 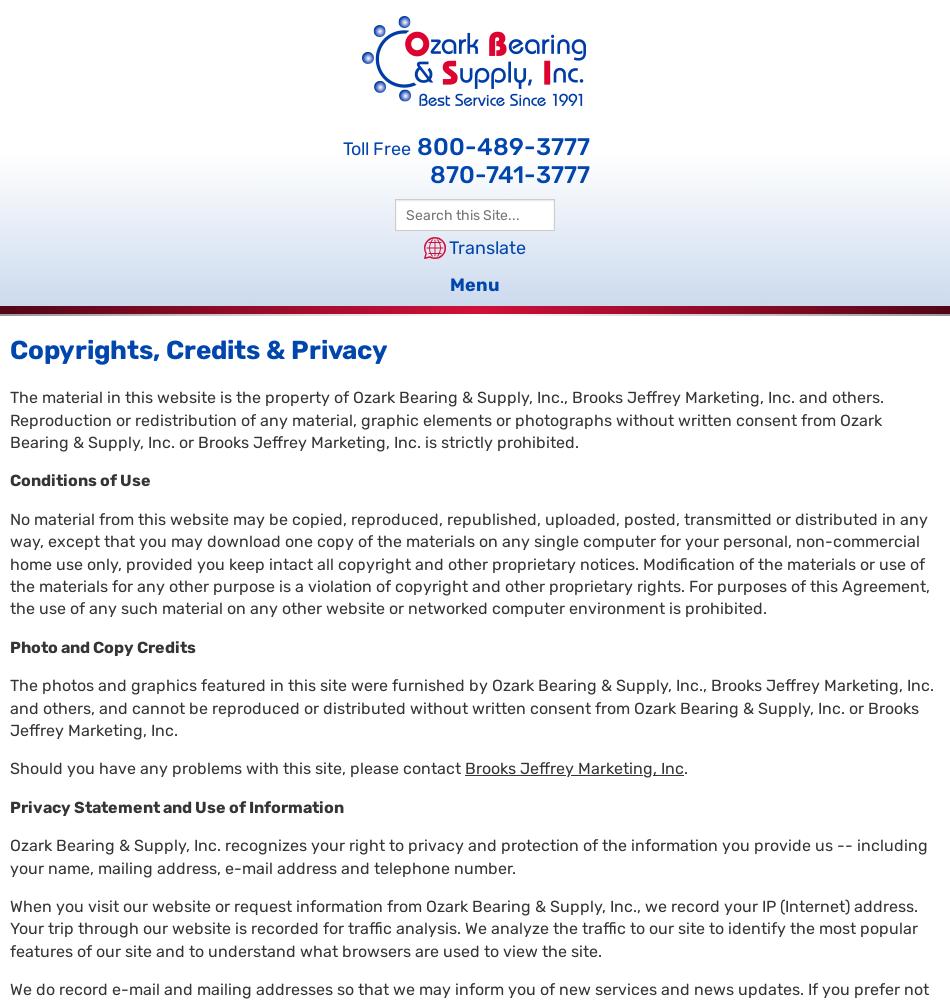 I want to click on 'Brooks Jeffrey Marketing, Inc', so click(x=464, y=768).